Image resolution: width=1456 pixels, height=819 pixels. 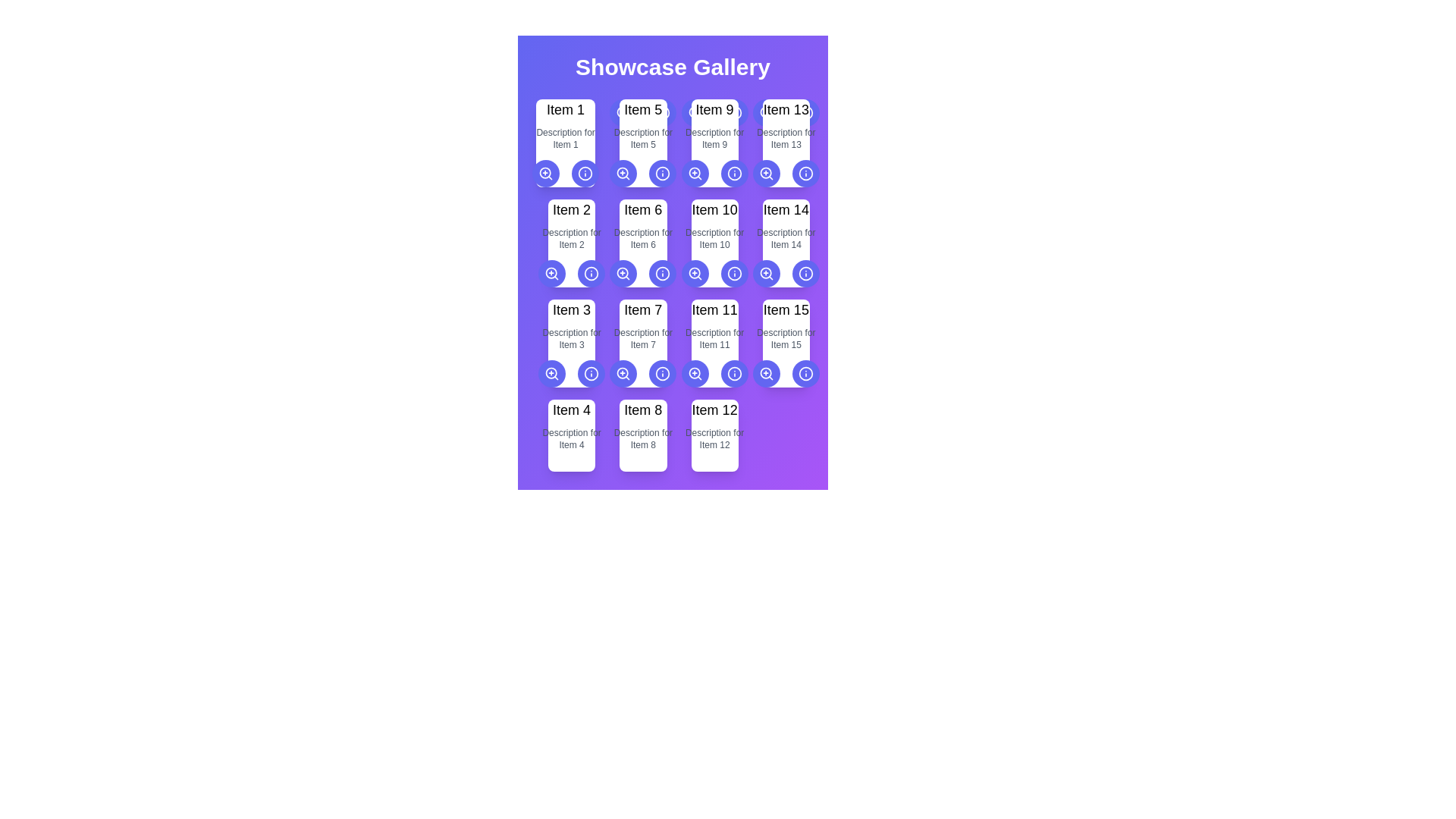 I want to click on the information button for 'Item 6' located in the third column of the second row to change its color, so click(x=591, y=274).